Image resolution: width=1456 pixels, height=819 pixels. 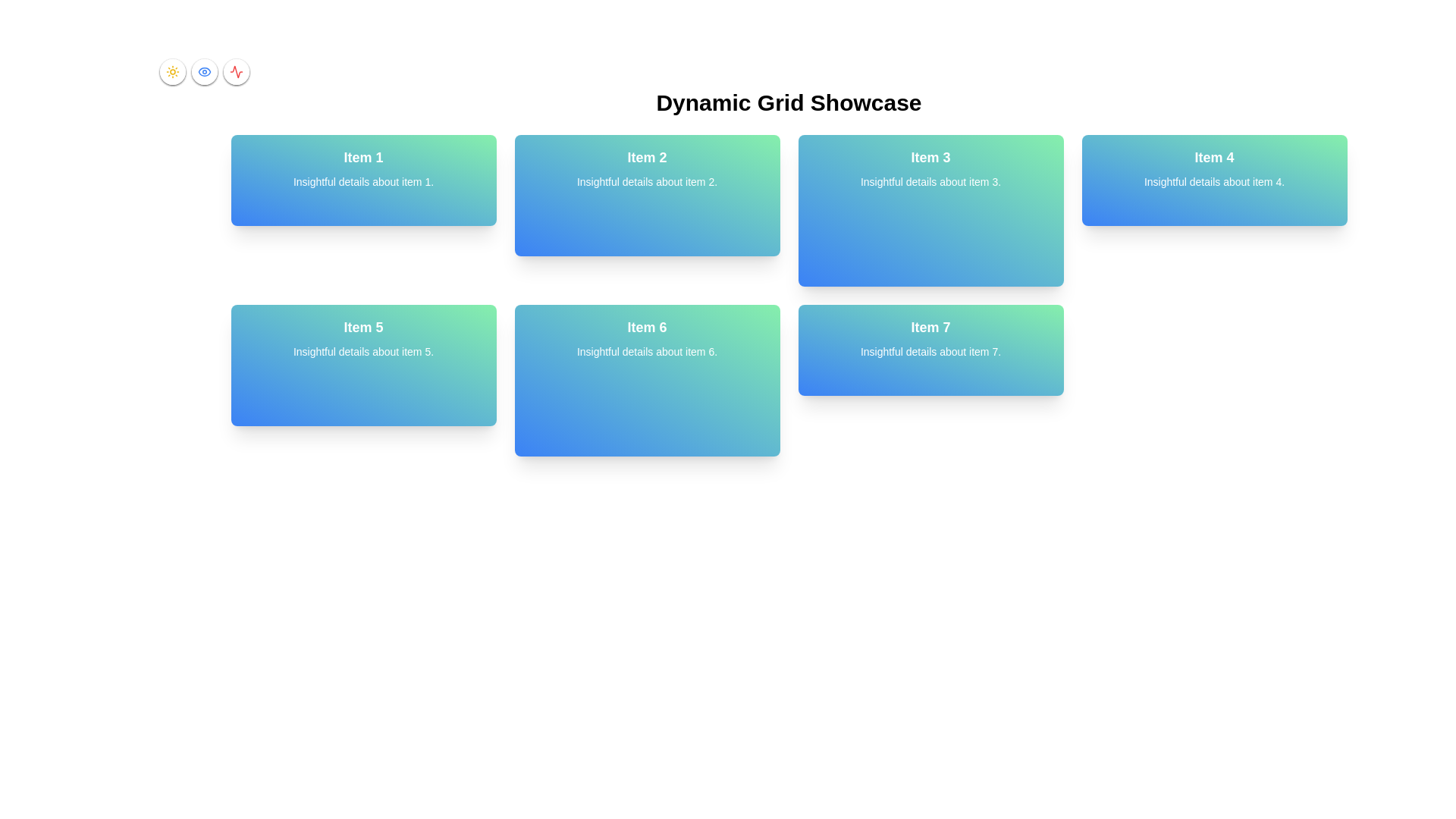 What do you see at coordinates (647, 180) in the screenshot?
I see `text from the Text Label located in the second card from the left in the first row of the grid layout, positioned below the heading 'Item 2'` at bounding box center [647, 180].